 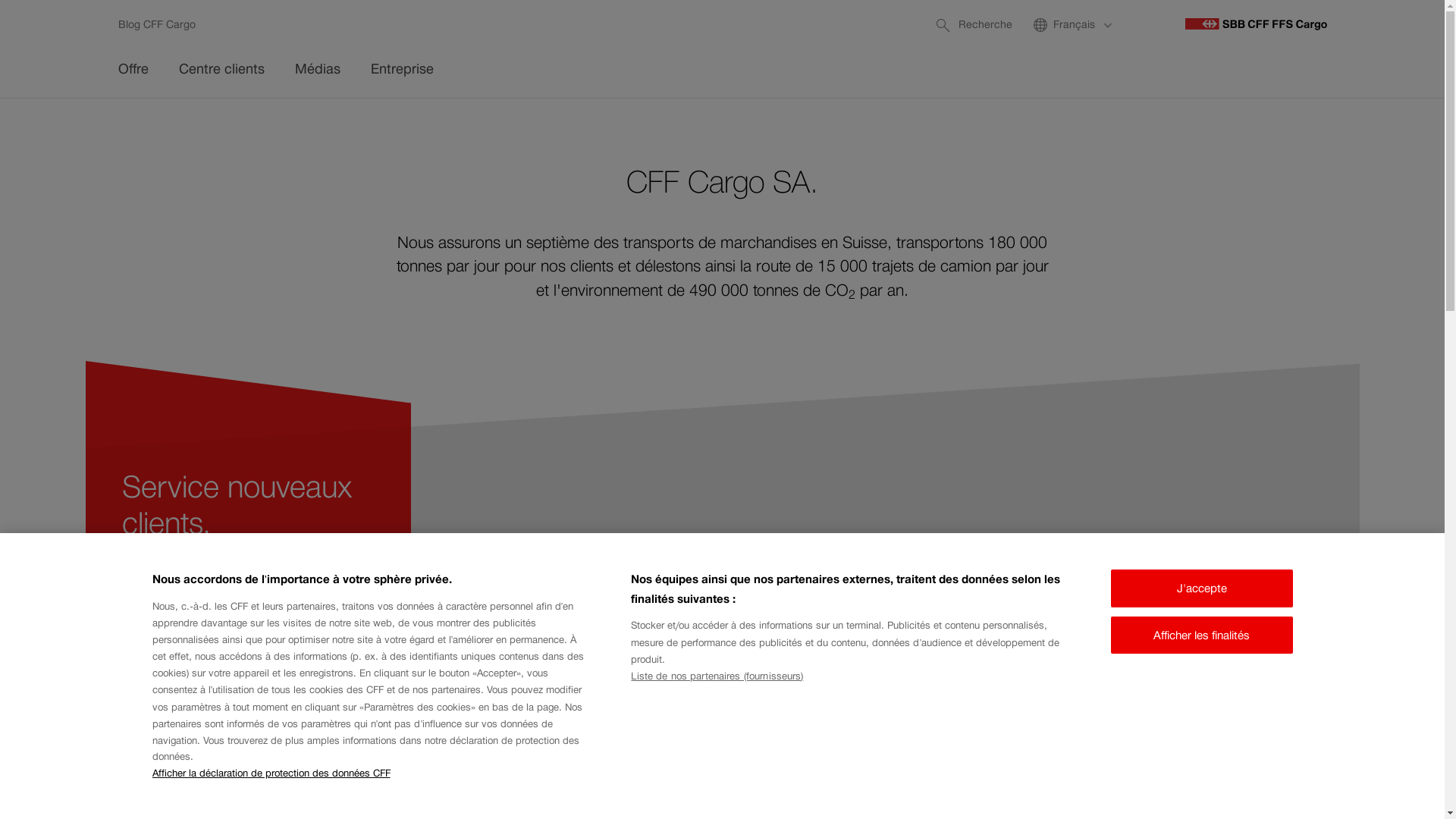 What do you see at coordinates (133, 71) in the screenshot?
I see `'Offre'` at bounding box center [133, 71].